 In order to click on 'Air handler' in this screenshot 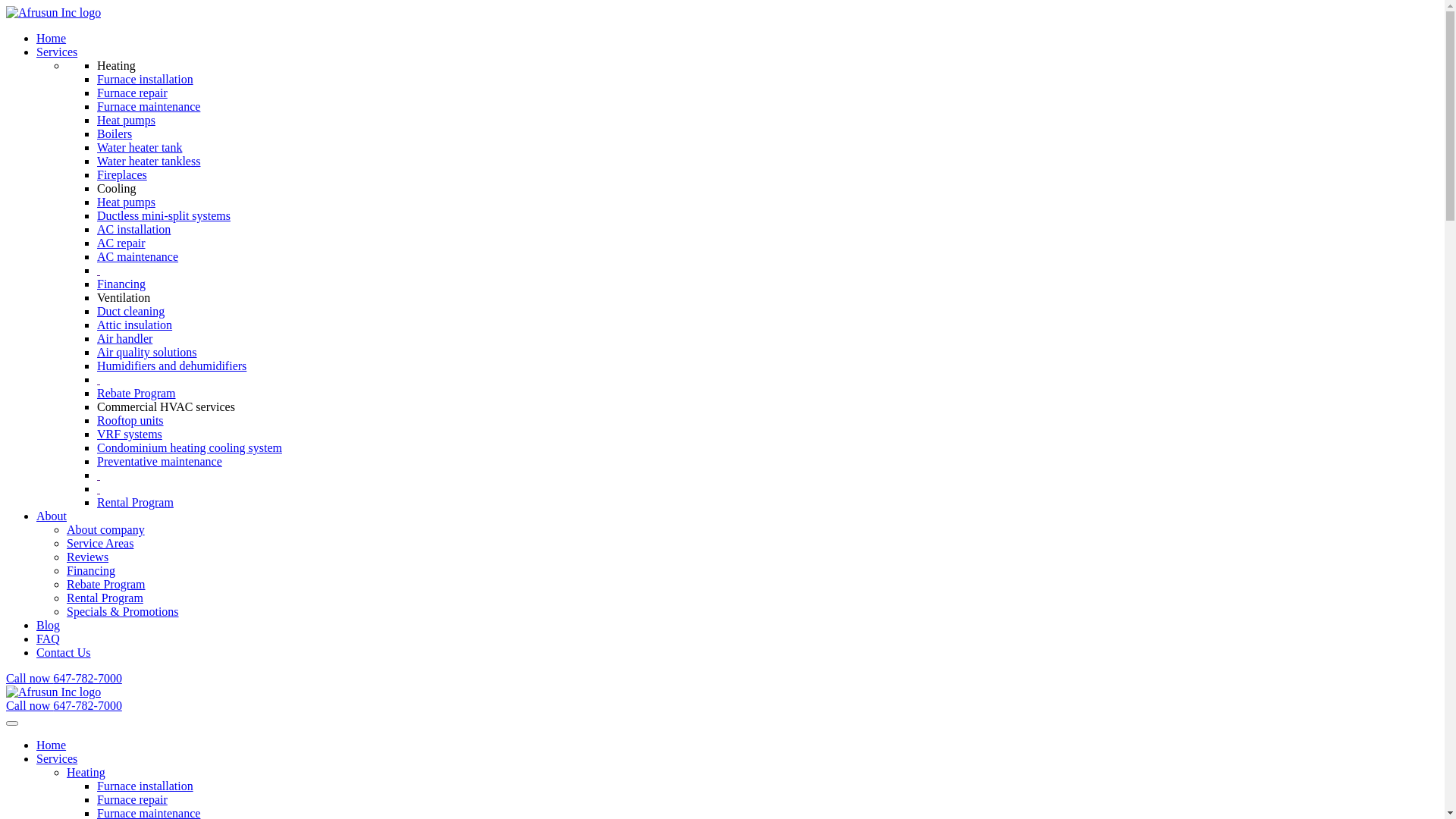, I will do `click(96, 337)`.